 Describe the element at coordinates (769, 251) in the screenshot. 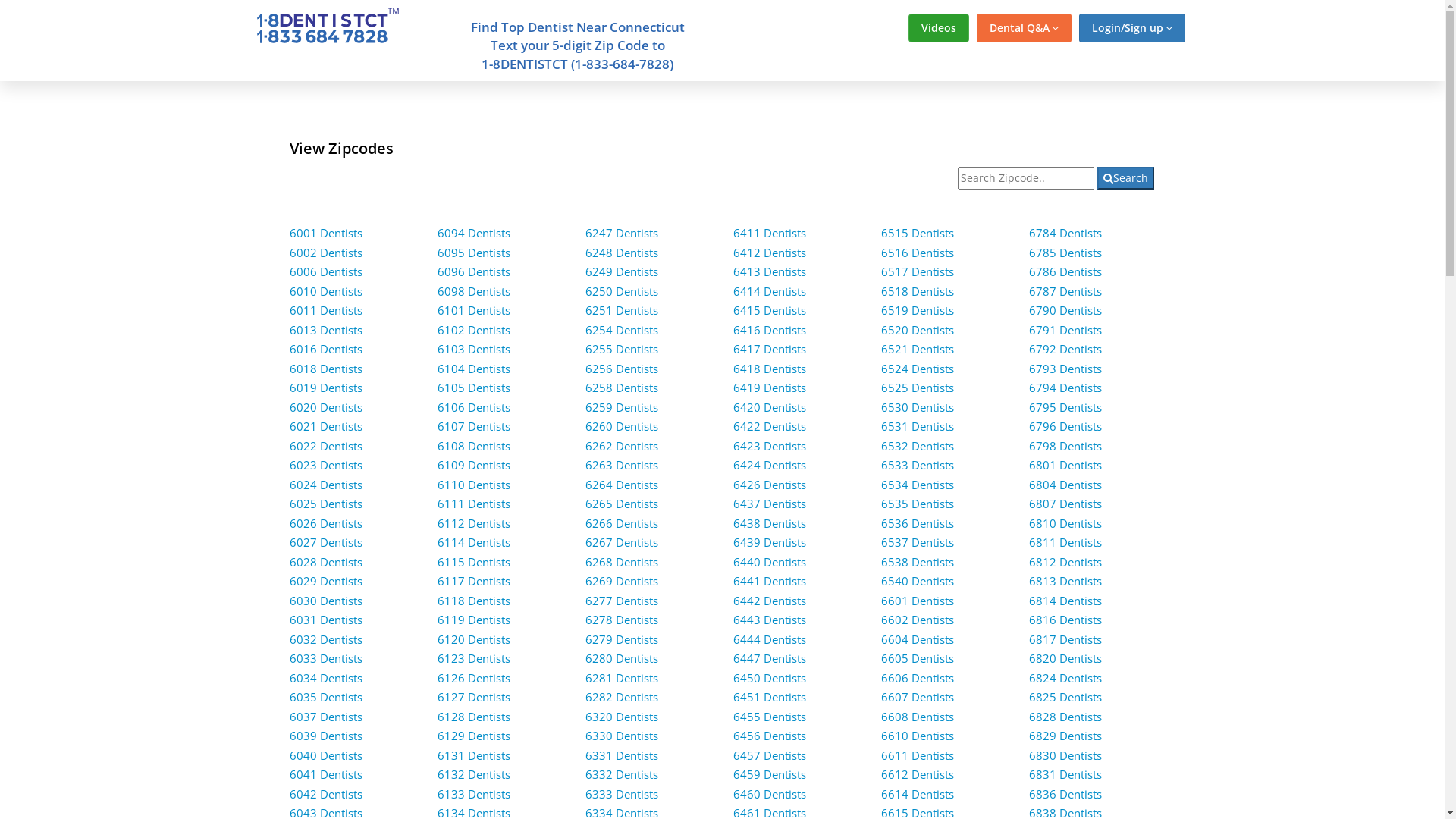

I see `'6412 Dentists'` at that location.